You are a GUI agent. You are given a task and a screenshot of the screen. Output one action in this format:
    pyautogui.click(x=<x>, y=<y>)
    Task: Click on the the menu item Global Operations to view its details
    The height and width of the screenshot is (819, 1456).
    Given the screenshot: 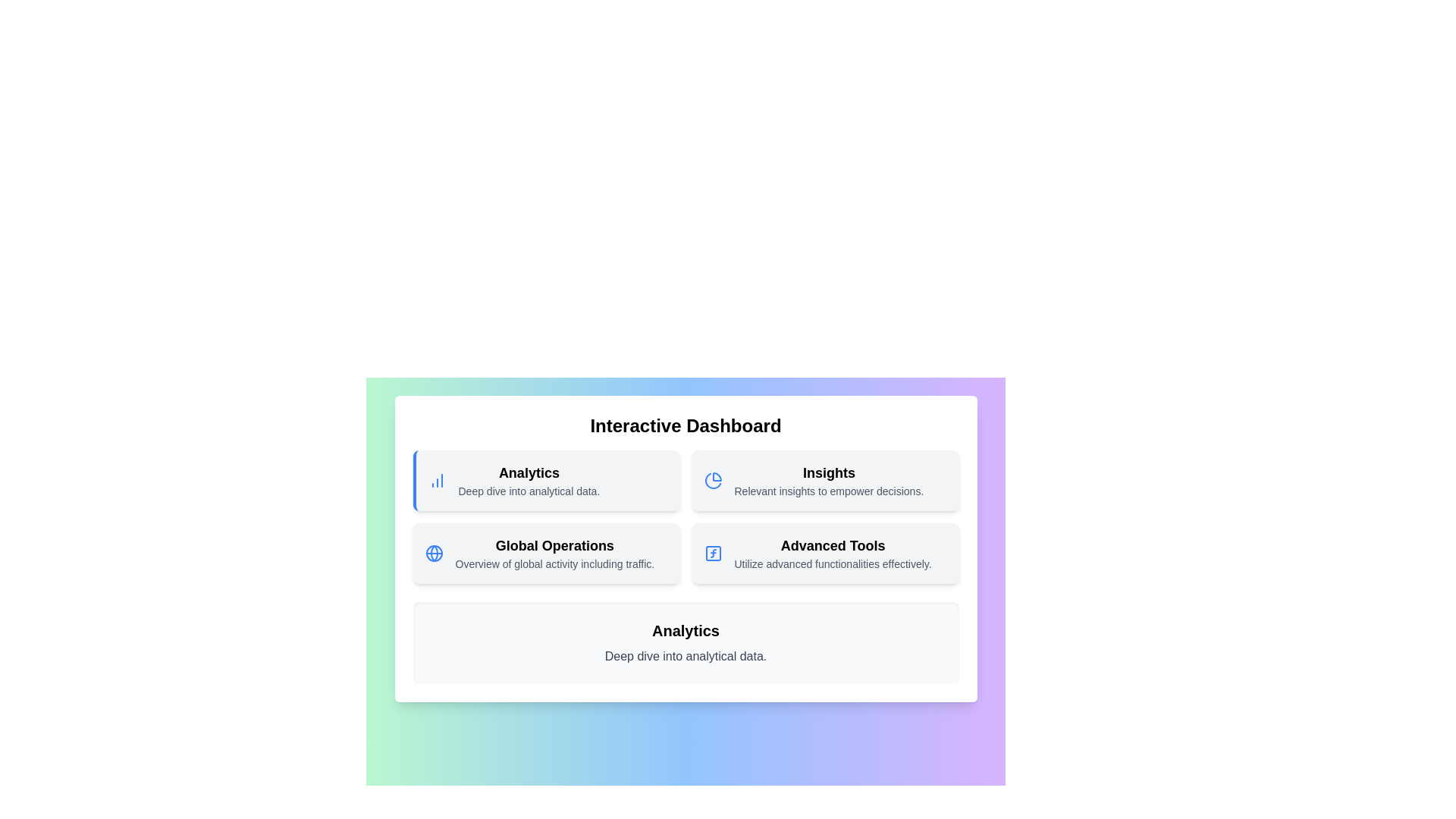 What is the action you would take?
    pyautogui.click(x=546, y=553)
    